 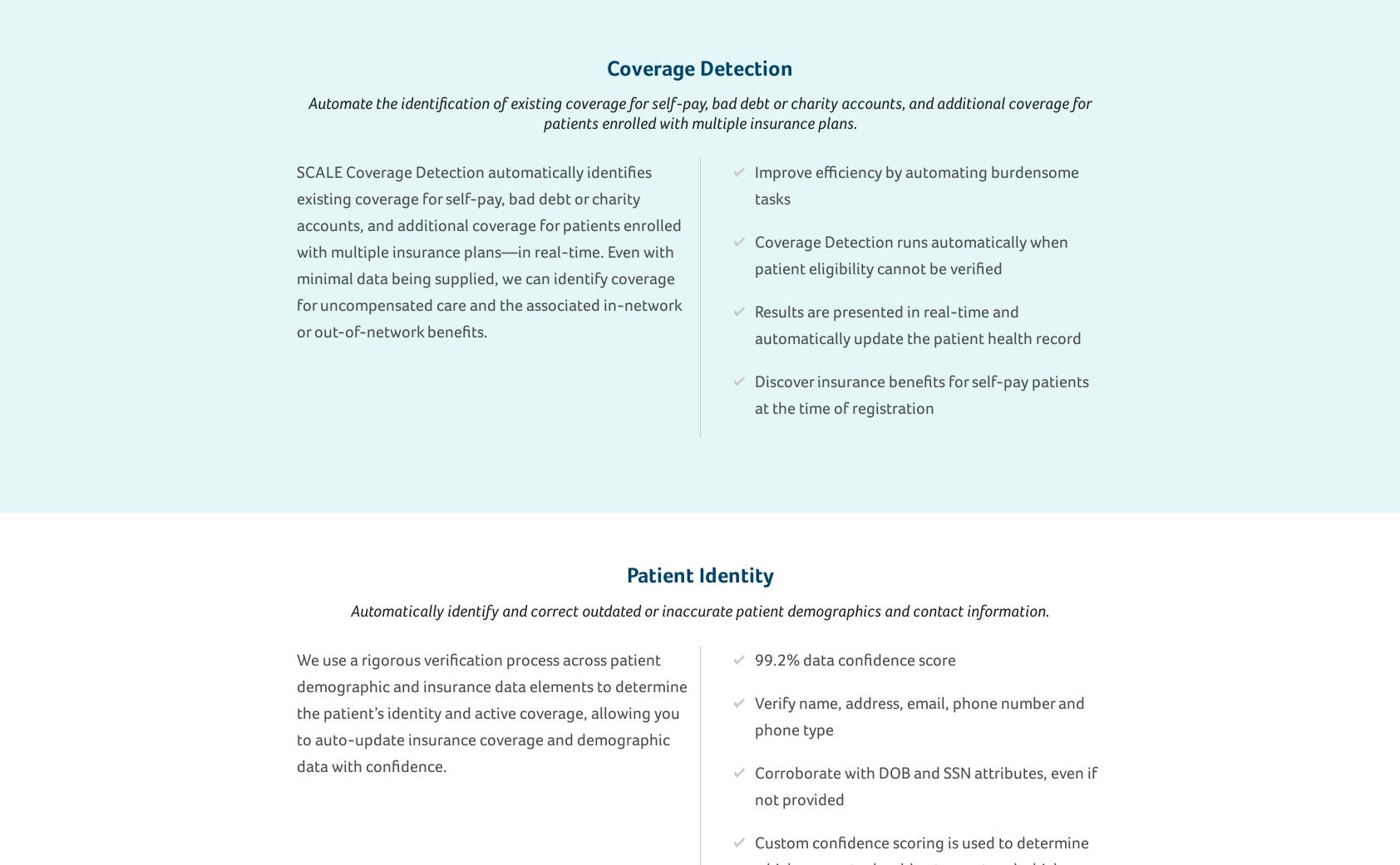 What do you see at coordinates (919, 715) in the screenshot?
I see `'Verify name, address, email, phone number and phone type'` at bounding box center [919, 715].